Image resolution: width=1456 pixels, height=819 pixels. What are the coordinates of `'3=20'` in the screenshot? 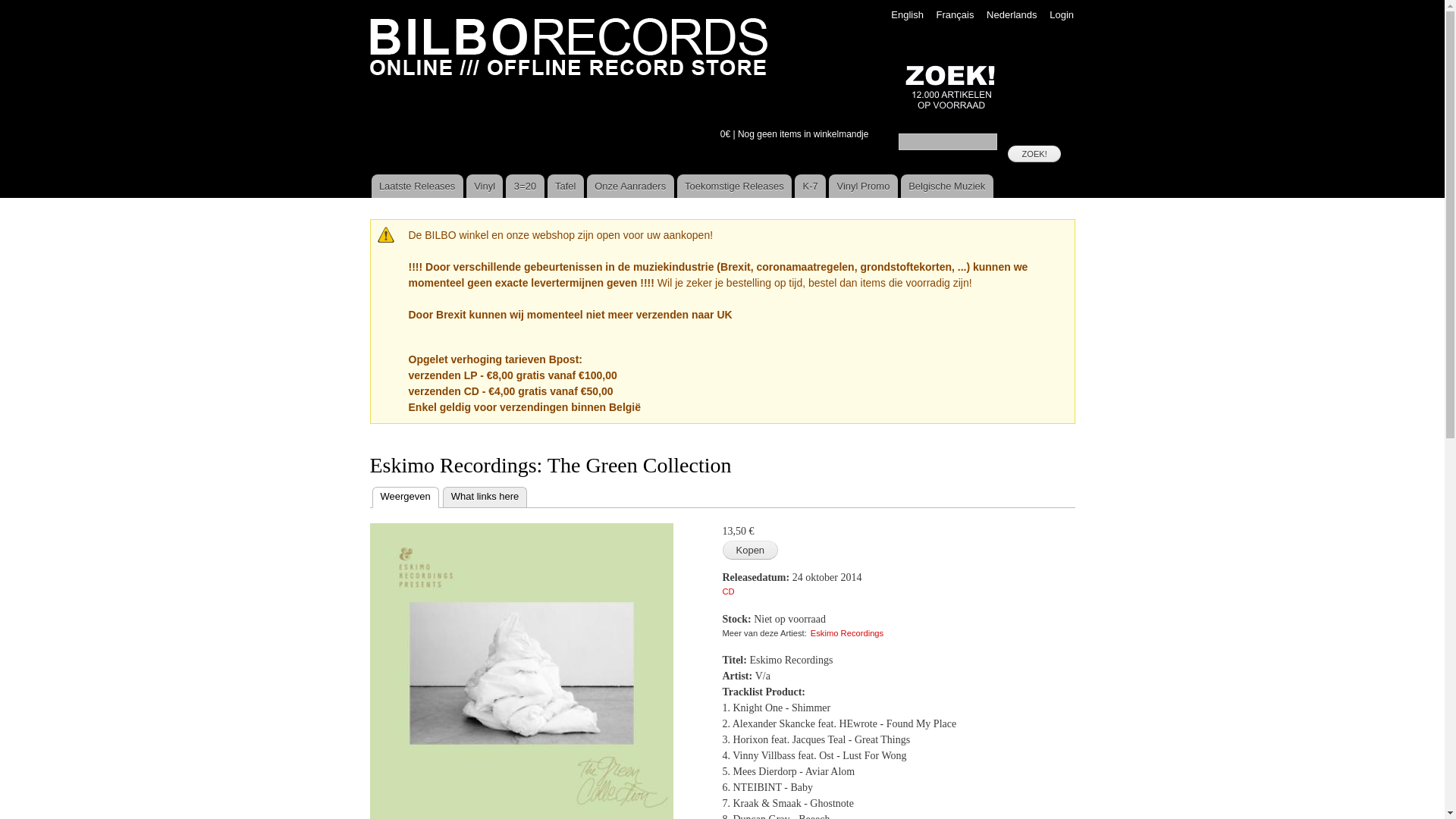 It's located at (524, 185).